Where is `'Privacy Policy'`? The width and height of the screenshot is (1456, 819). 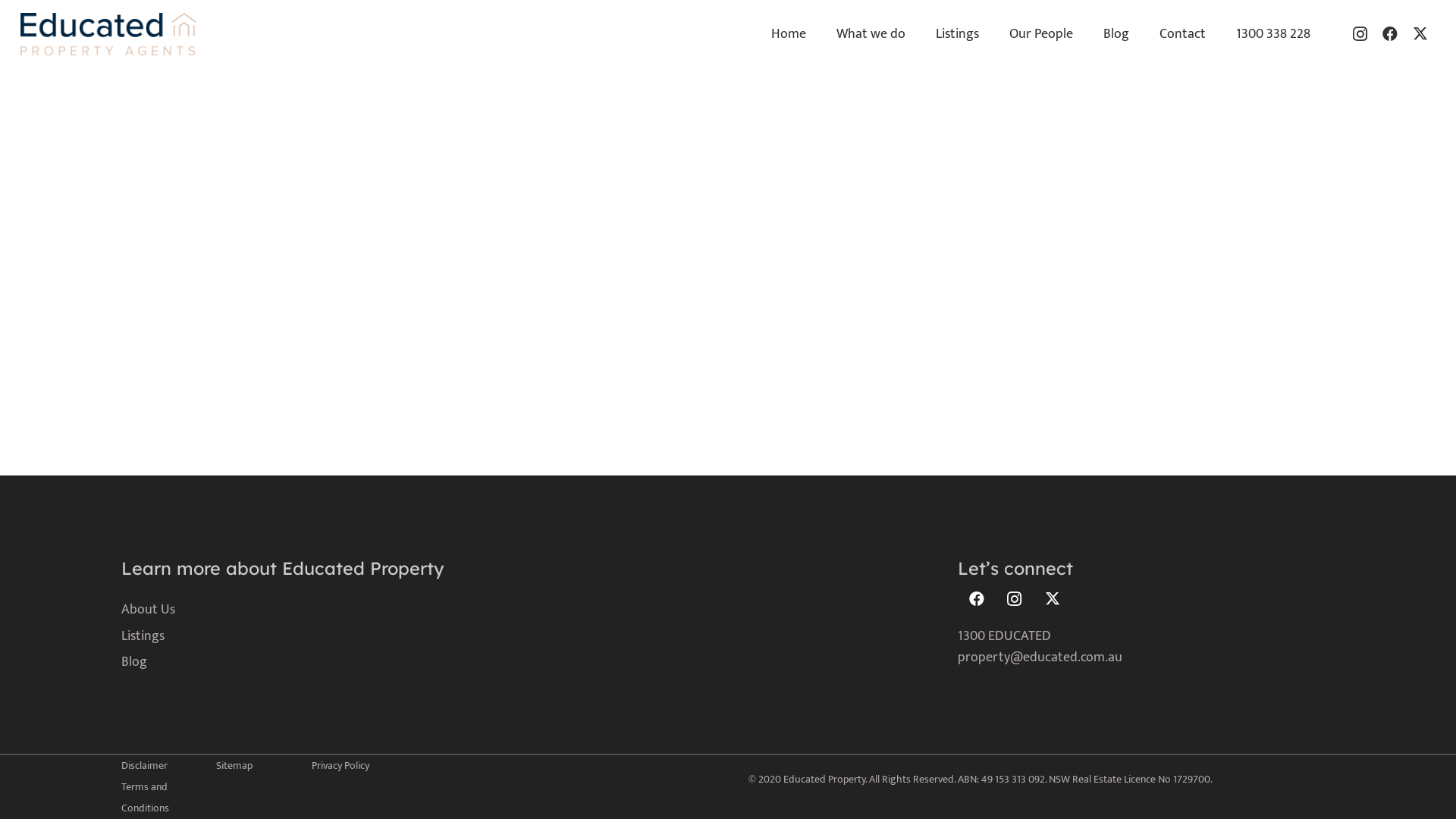 'Privacy Policy' is located at coordinates (338, 765).